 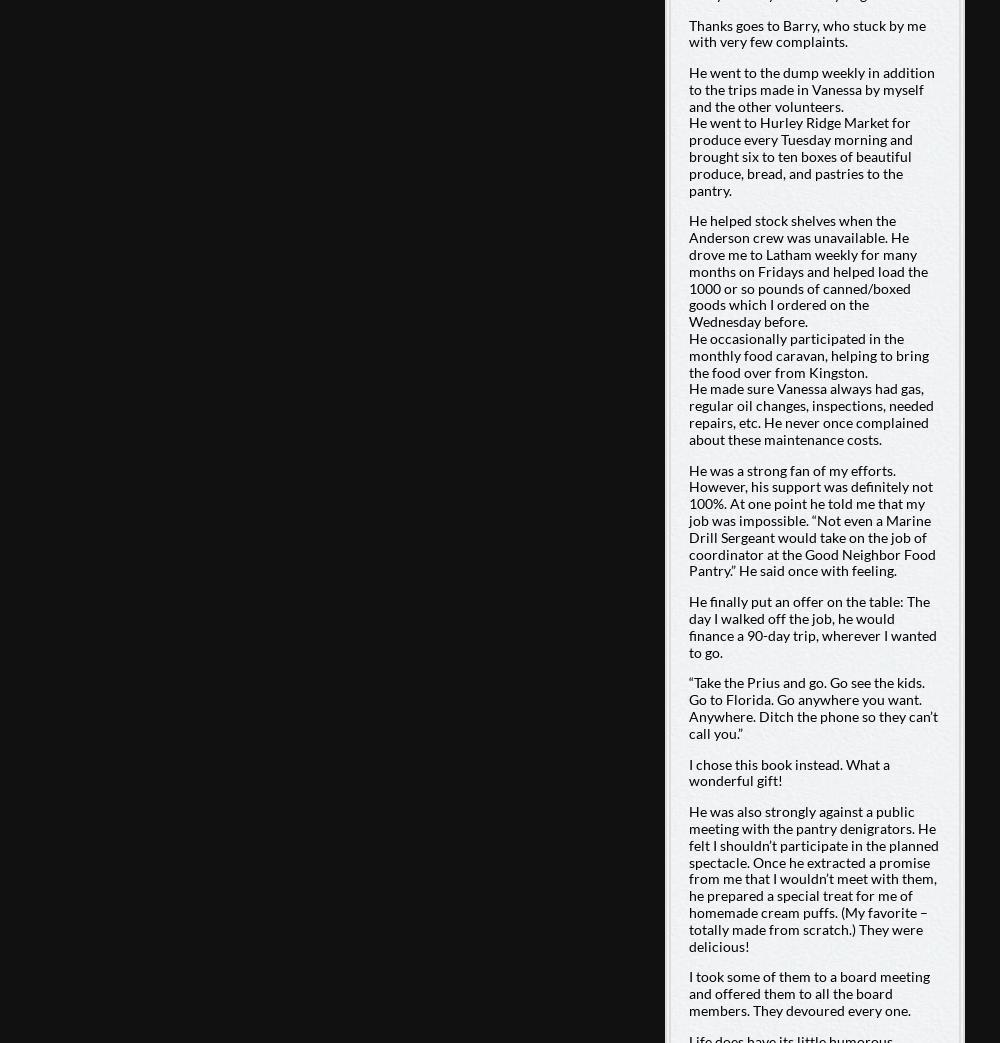 What do you see at coordinates (811, 519) in the screenshot?
I see `'He was a strong fan of my efforts. However, his support was definitely not 100%. At one point he told me that my job was impossible. “Not even a Marine Drill Sergeant would take on the job of coordinator at the Good Neighbor Food Pantry.” He said once with feeling.'` at bounding box center [811, 519].